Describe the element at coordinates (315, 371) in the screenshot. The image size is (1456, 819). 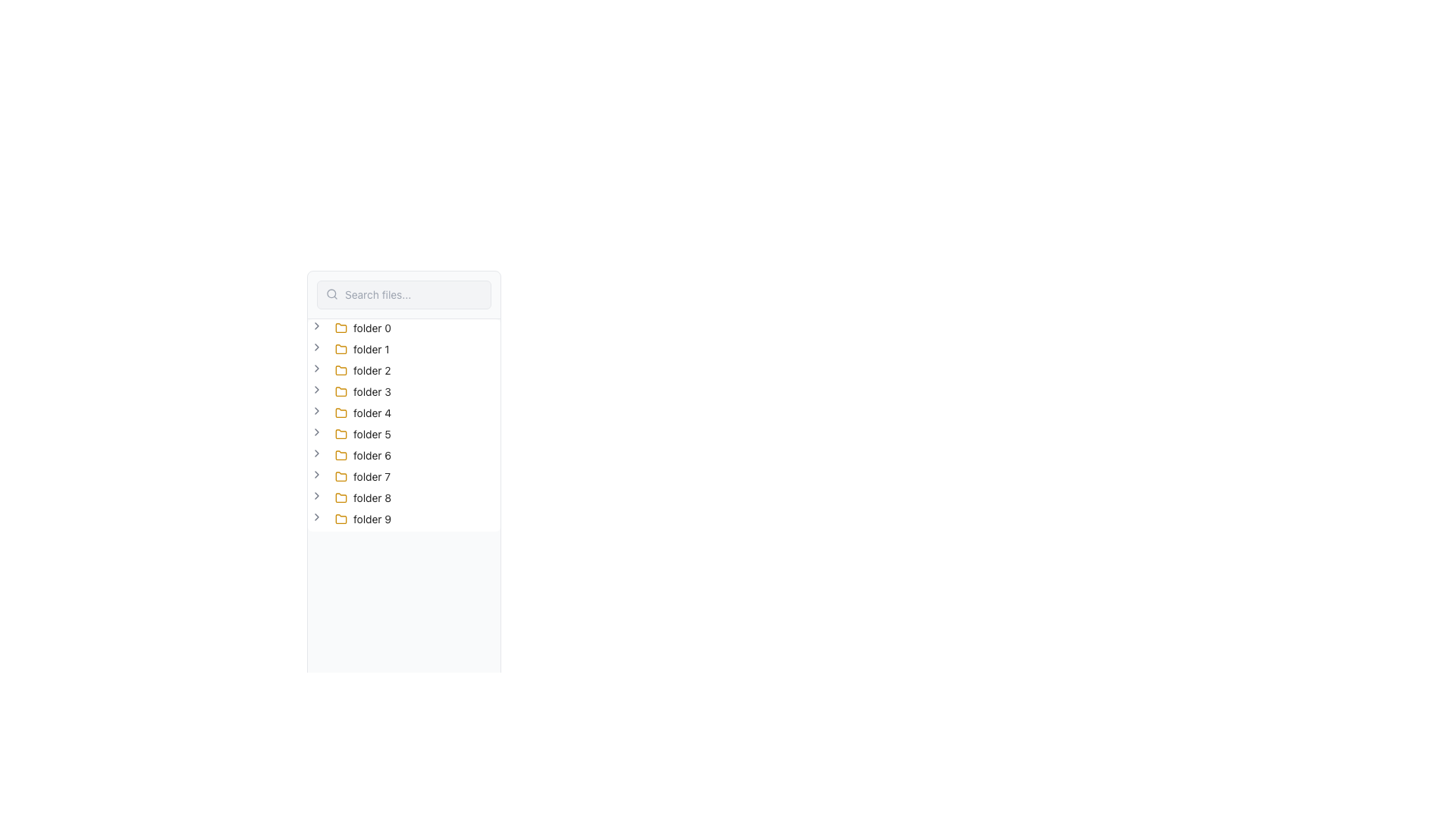
I see `the toggle control button represented by a right-facing chevron icon` at that location.